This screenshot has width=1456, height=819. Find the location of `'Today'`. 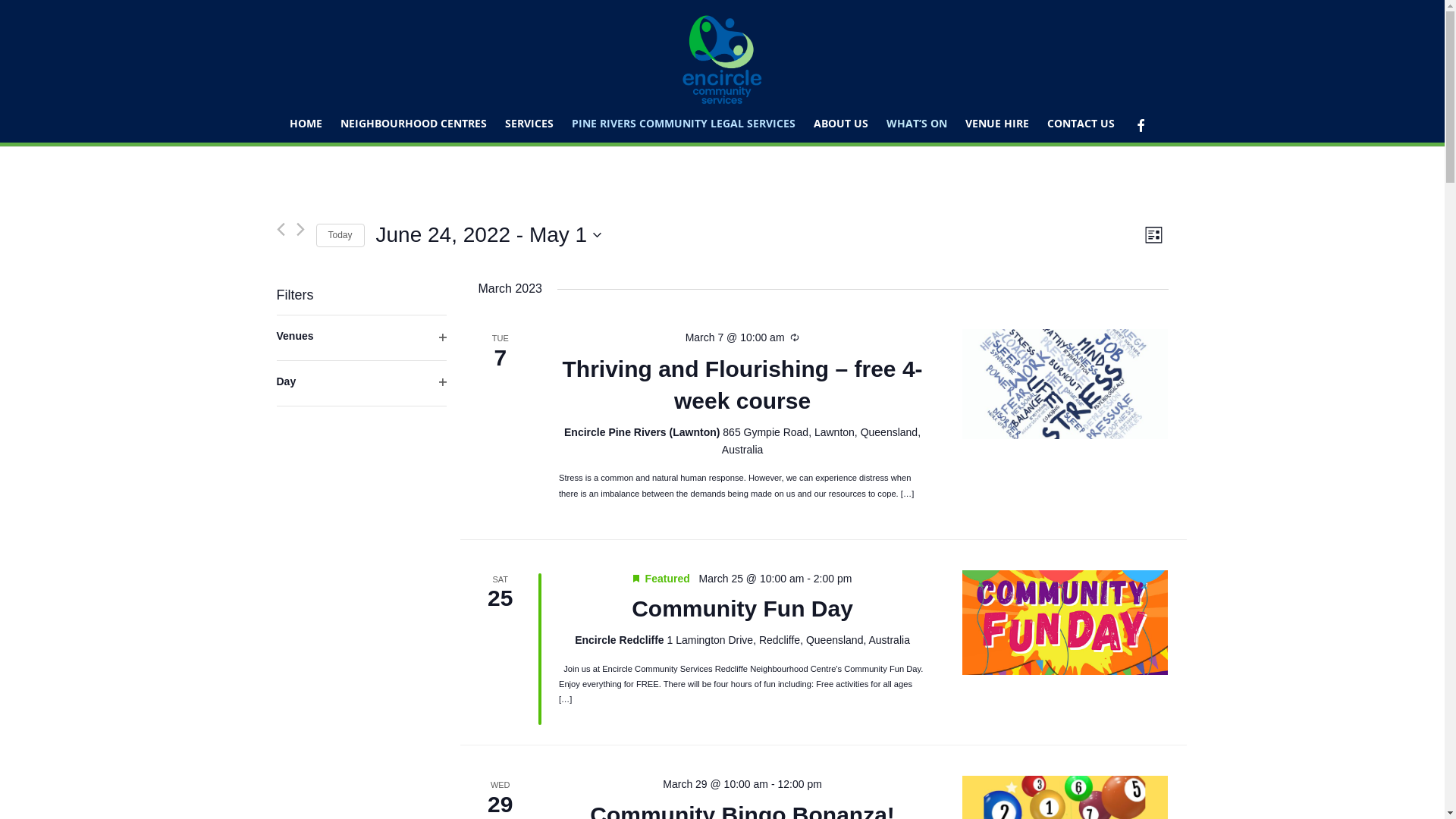

'Today' is located at coordinates (338, 235).